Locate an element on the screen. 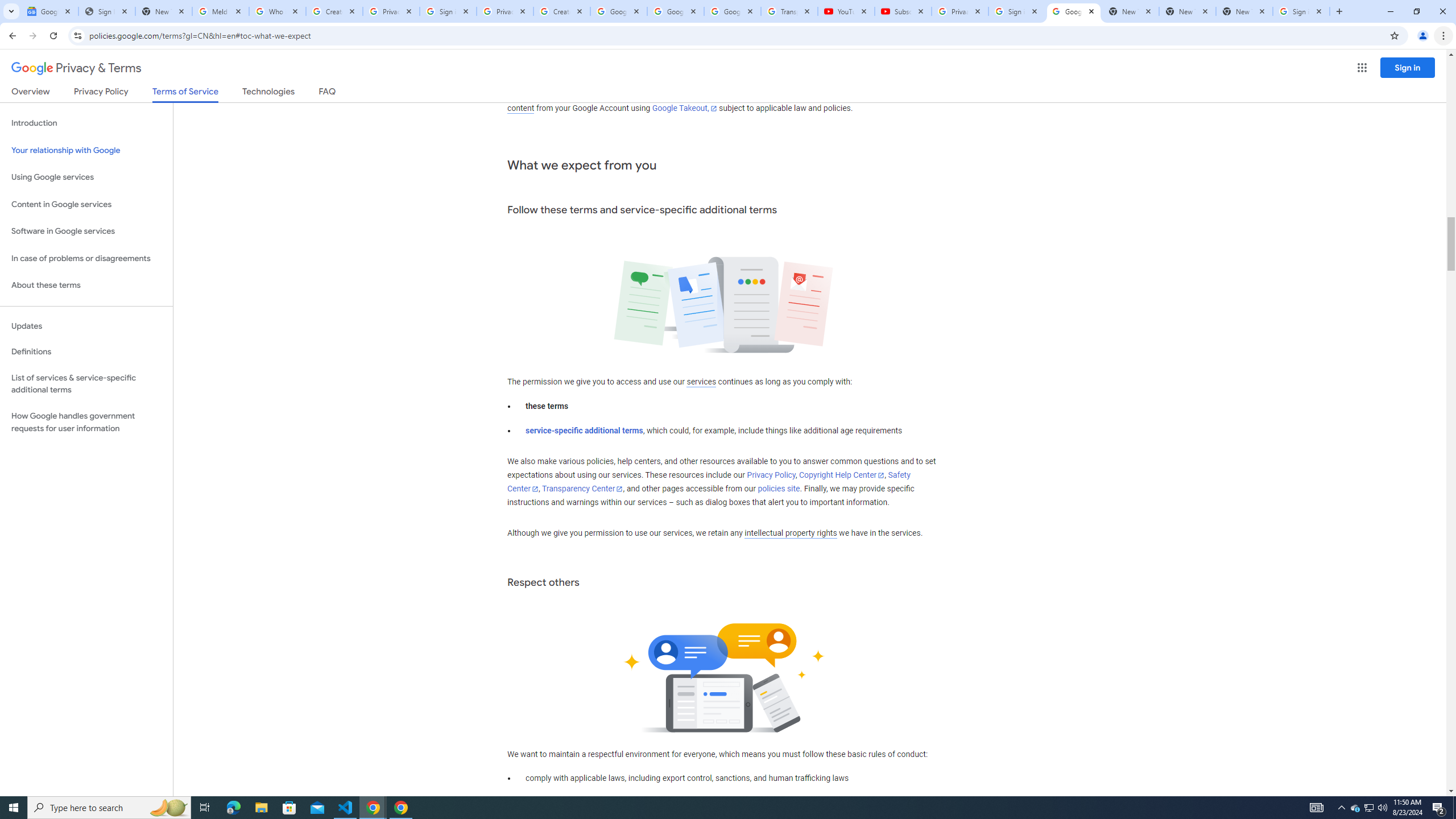  'intellectual property rights' is located at coordinates (791, 533).